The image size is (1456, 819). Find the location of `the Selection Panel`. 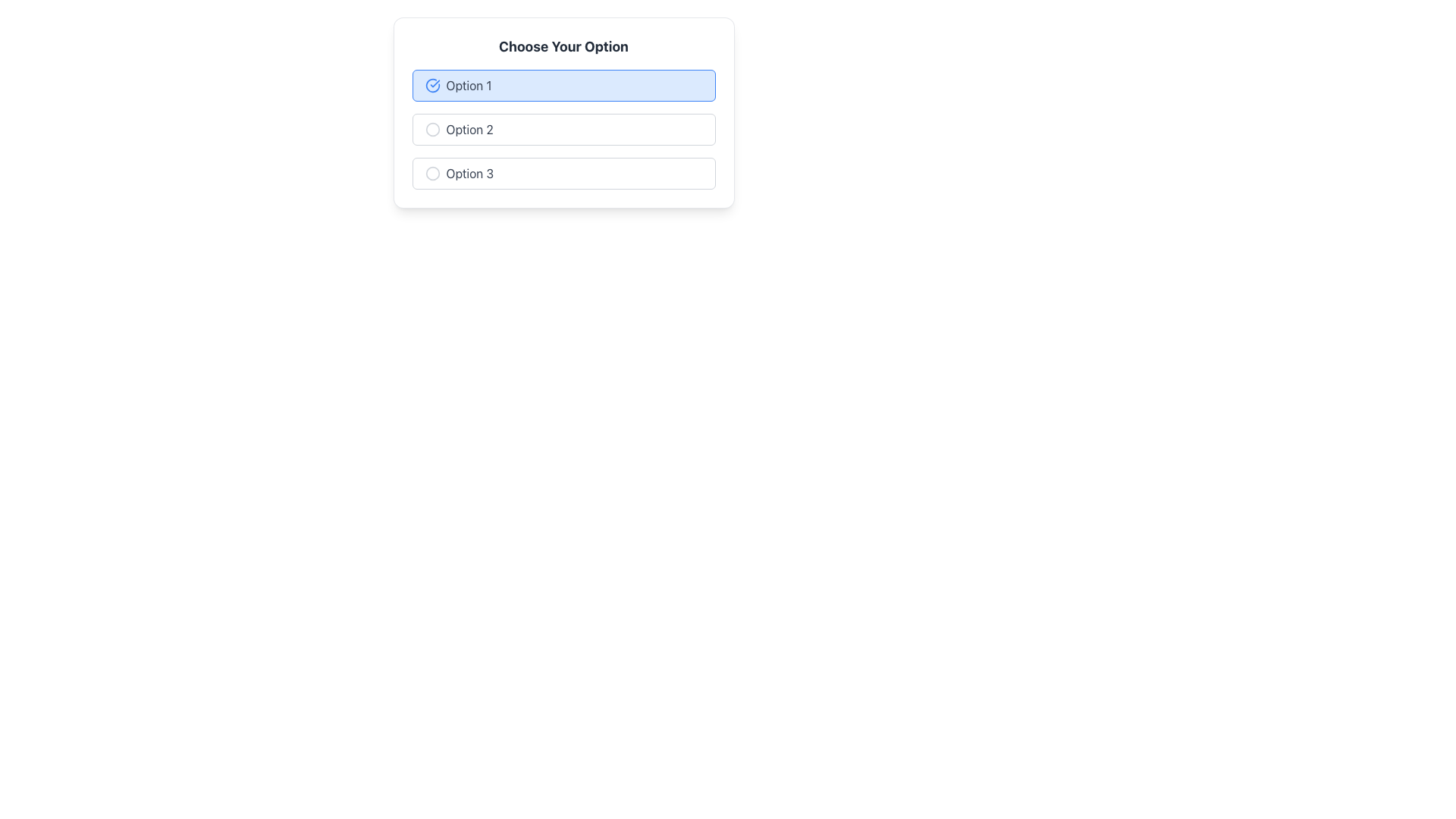

the Selection Panel is located at coordinates (563, 112).